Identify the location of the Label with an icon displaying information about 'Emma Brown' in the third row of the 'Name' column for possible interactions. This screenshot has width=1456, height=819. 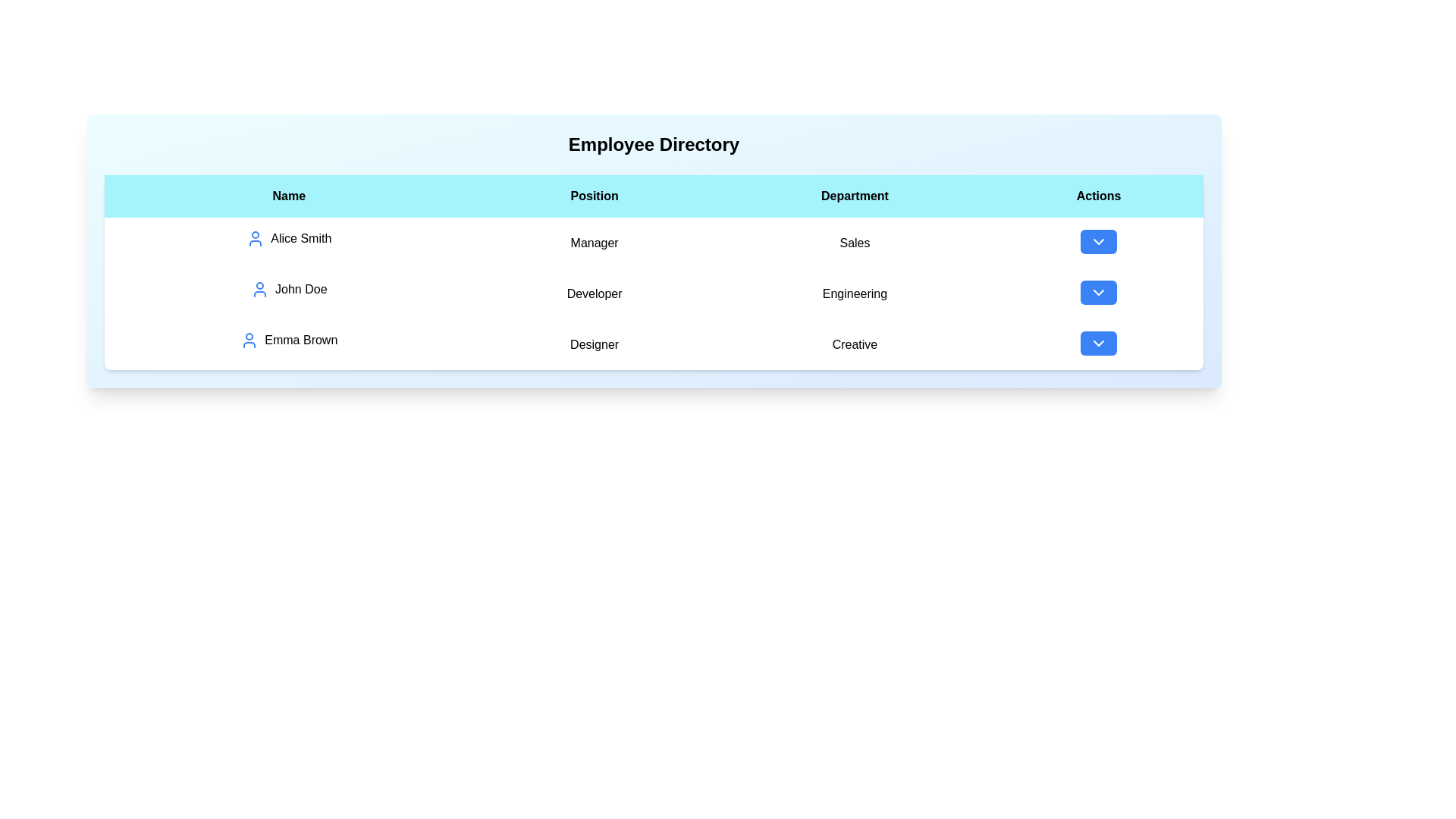
(289, 339).